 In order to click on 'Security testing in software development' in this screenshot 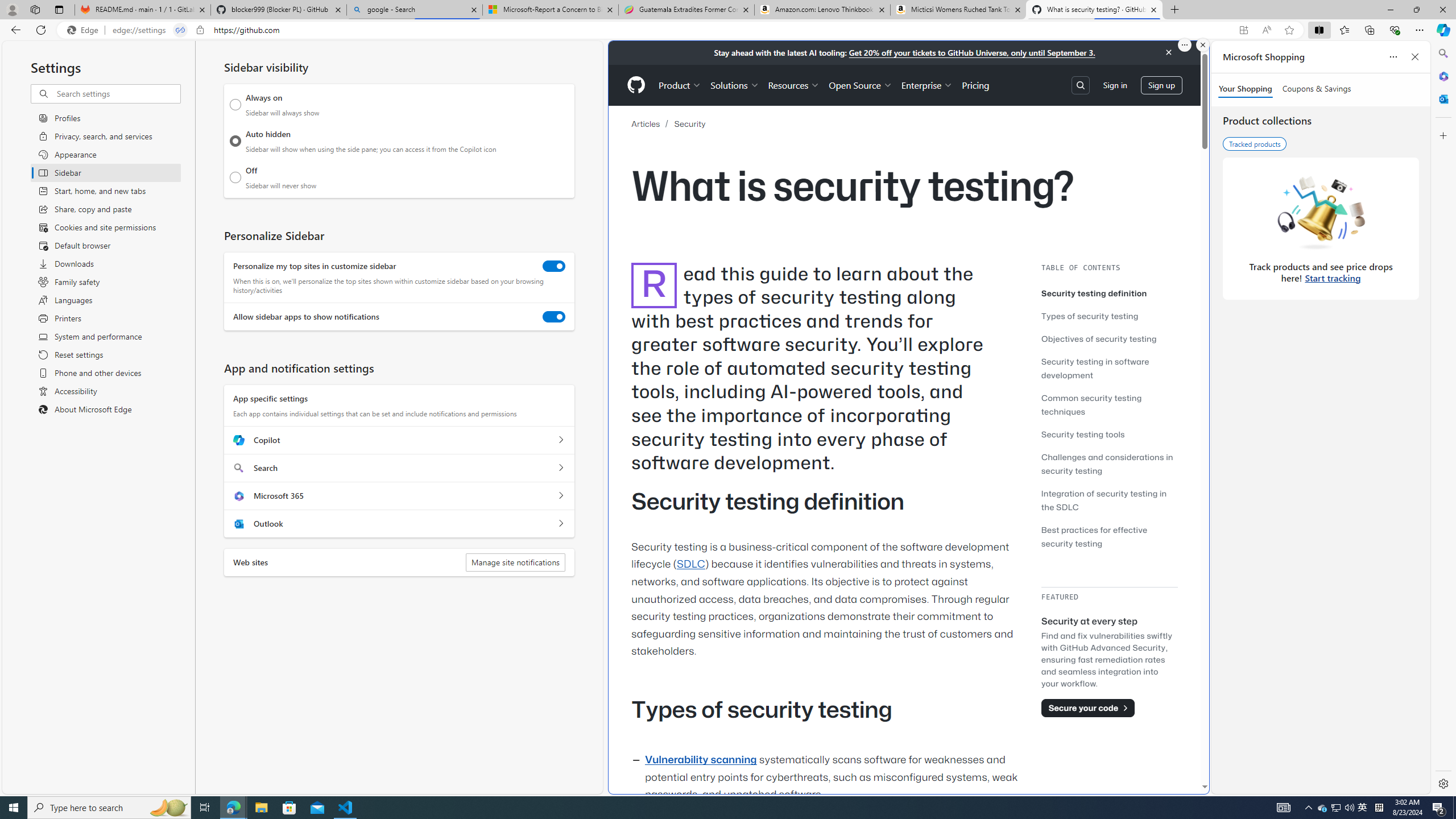, I will do `click(1094, 368)`.